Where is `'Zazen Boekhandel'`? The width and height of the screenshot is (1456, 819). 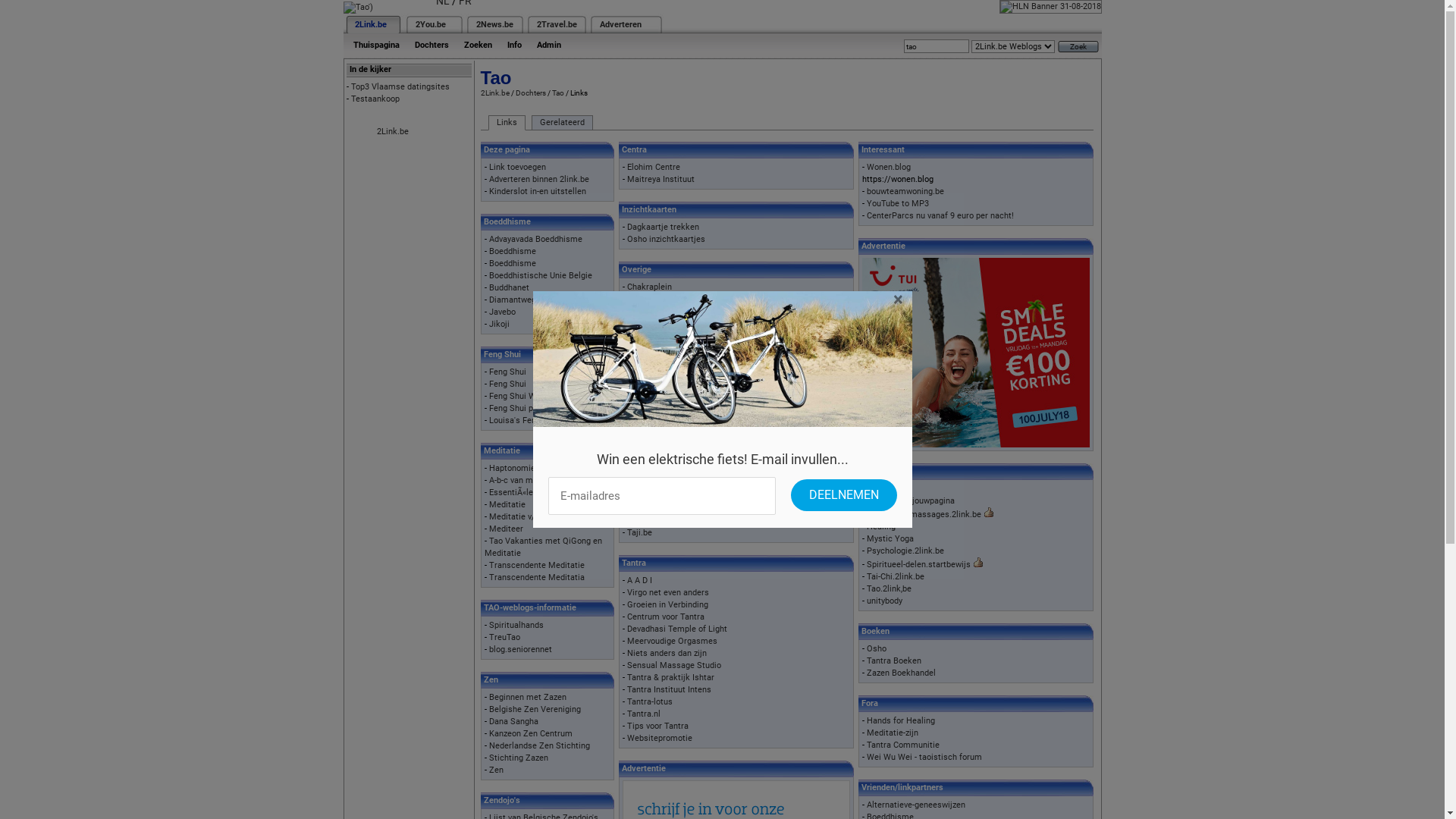 'Zazen Boekhandel' is located at coordinates (900, 672).